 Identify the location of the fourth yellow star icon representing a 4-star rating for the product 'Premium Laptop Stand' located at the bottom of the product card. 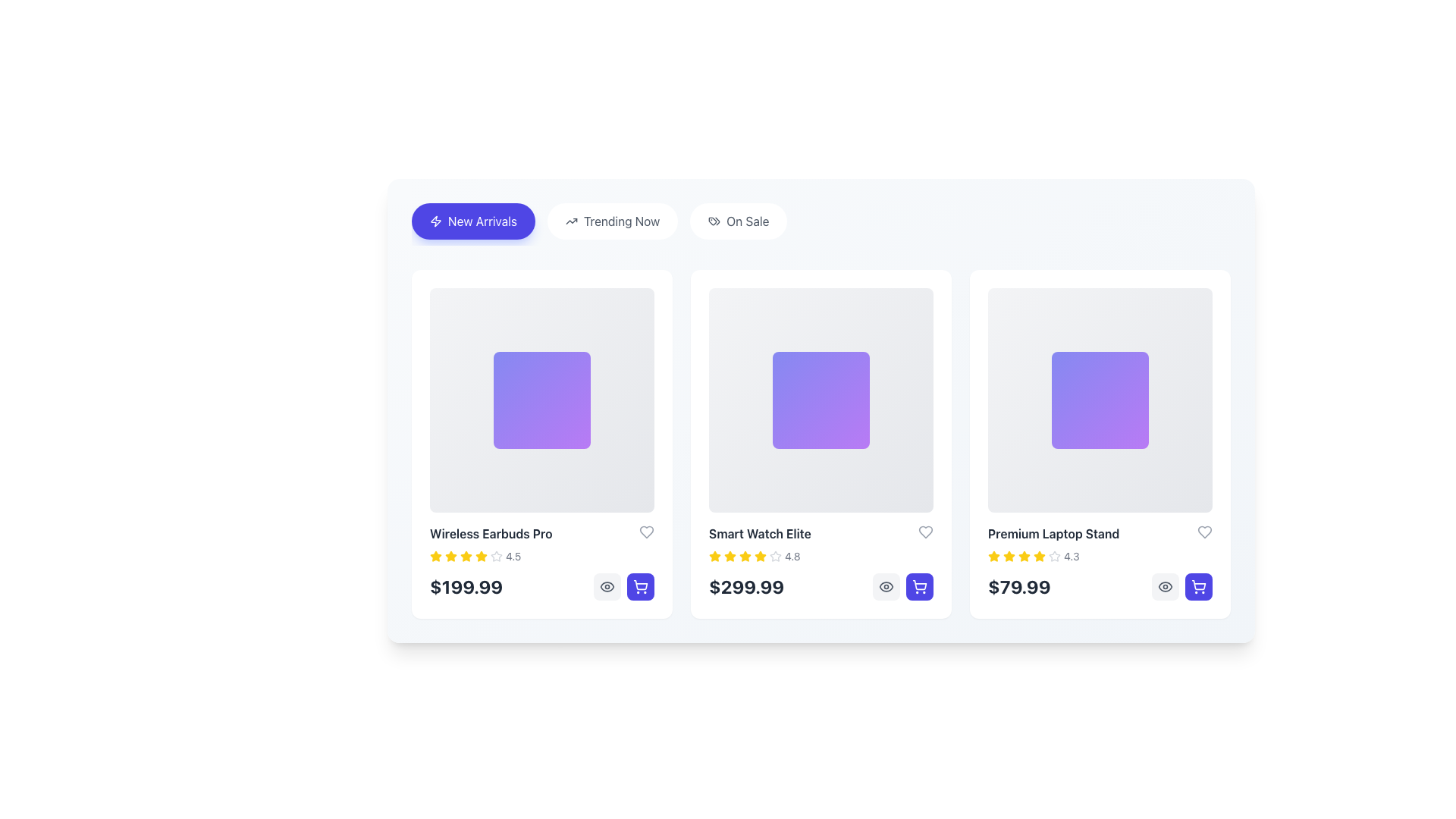
(1024, 556).